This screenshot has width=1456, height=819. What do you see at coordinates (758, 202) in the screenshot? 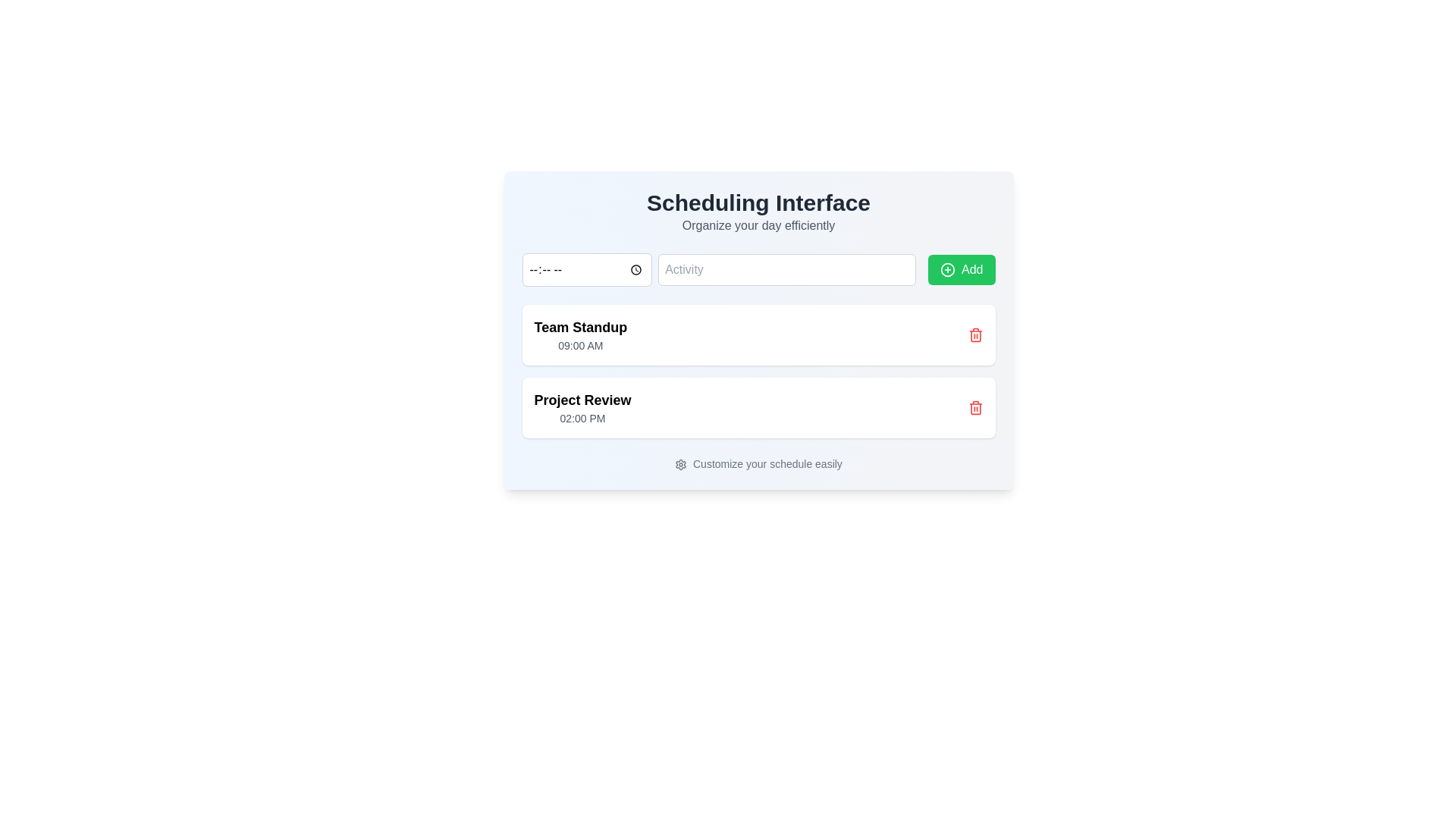
I see `heading 'Scheduling Interface', which is a large, bold, dark gray text located at the top center of the interface` at bounding box center [758, 202].